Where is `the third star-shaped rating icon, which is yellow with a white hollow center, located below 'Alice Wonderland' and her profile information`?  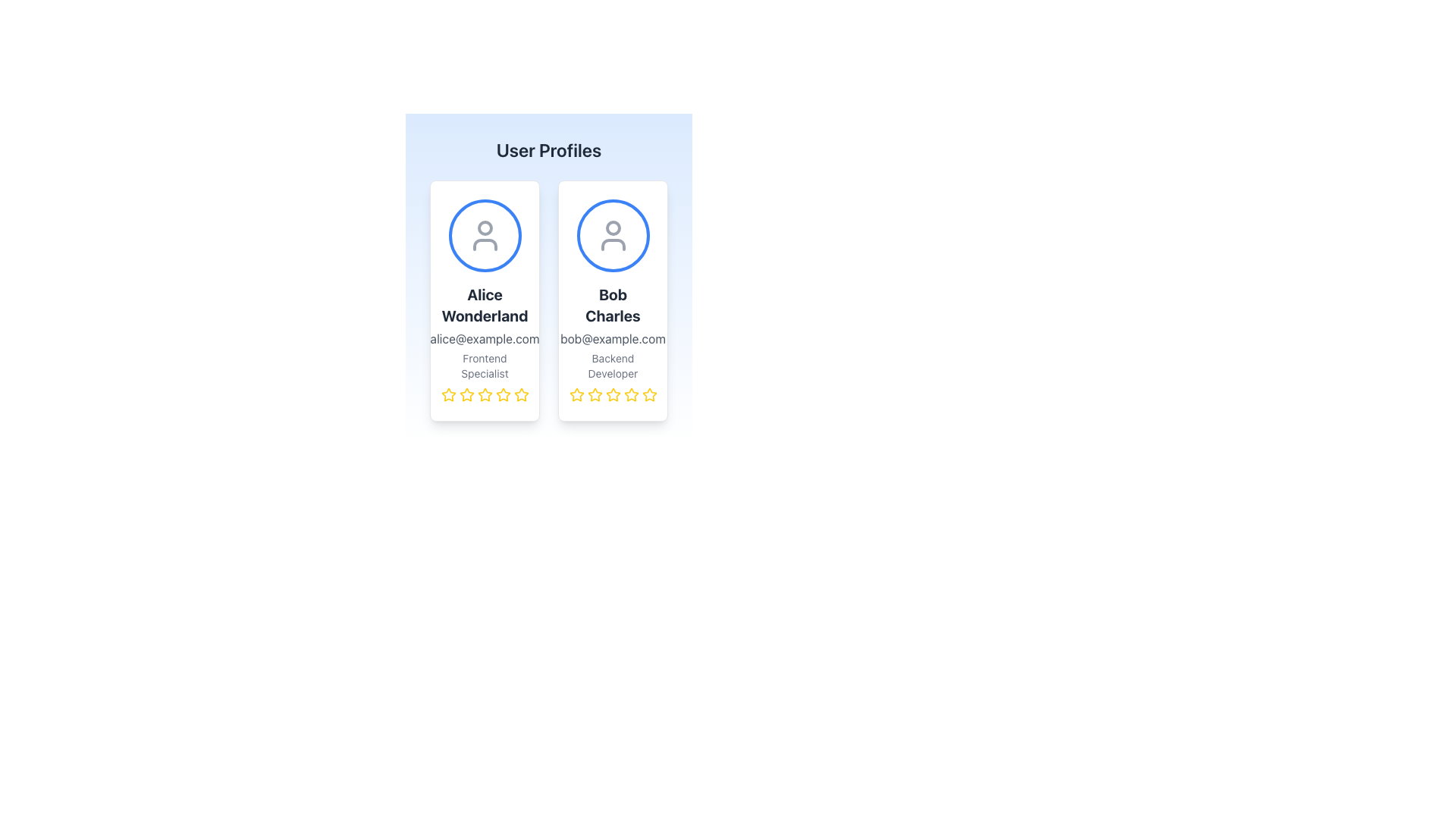
the third star-shaped rating icon, which is yellow with a white hollow center, located below 'Alice Wonderland' and her profile information is located at coordinates (466, 394).